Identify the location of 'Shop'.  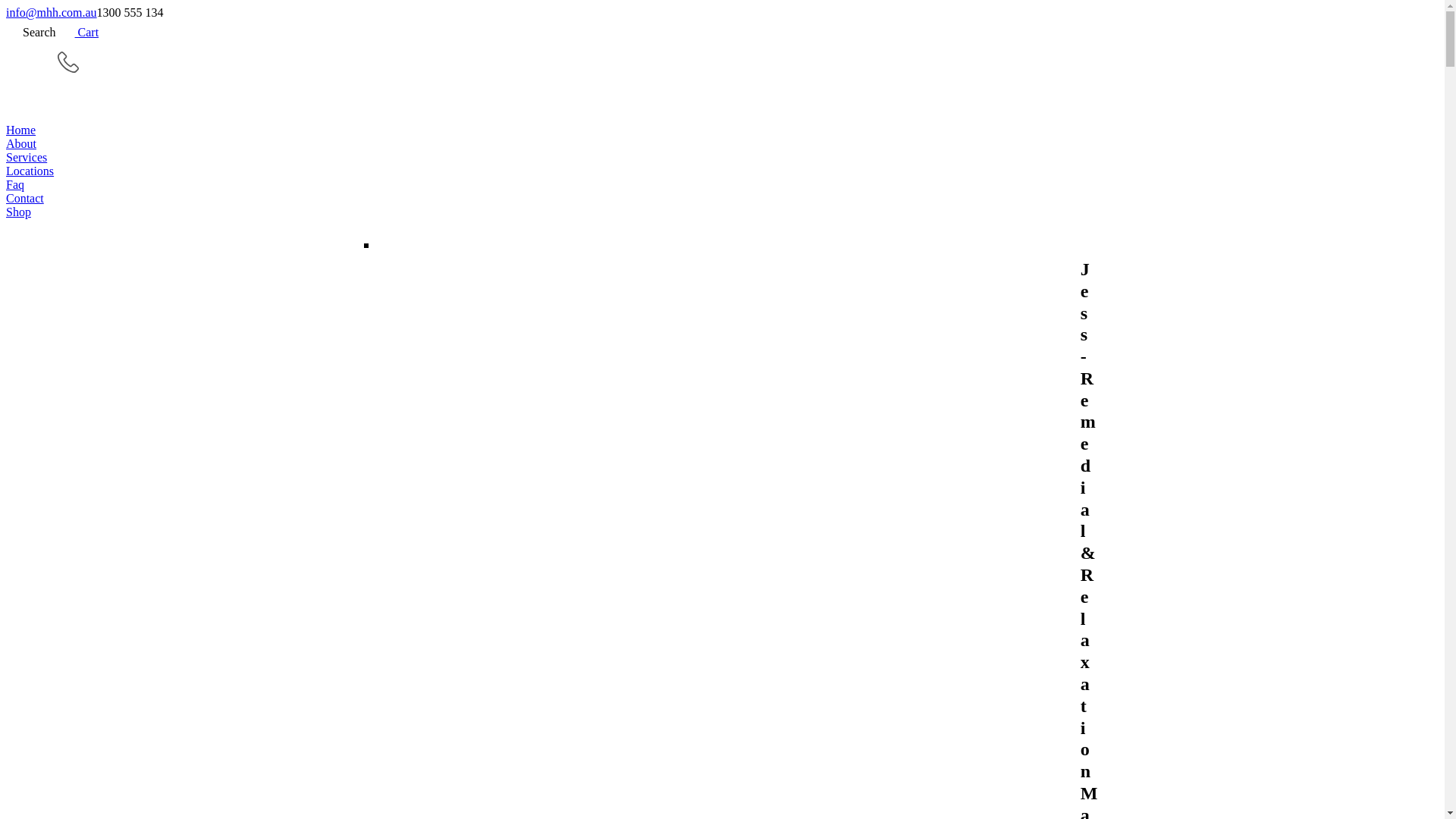
(721, 212).